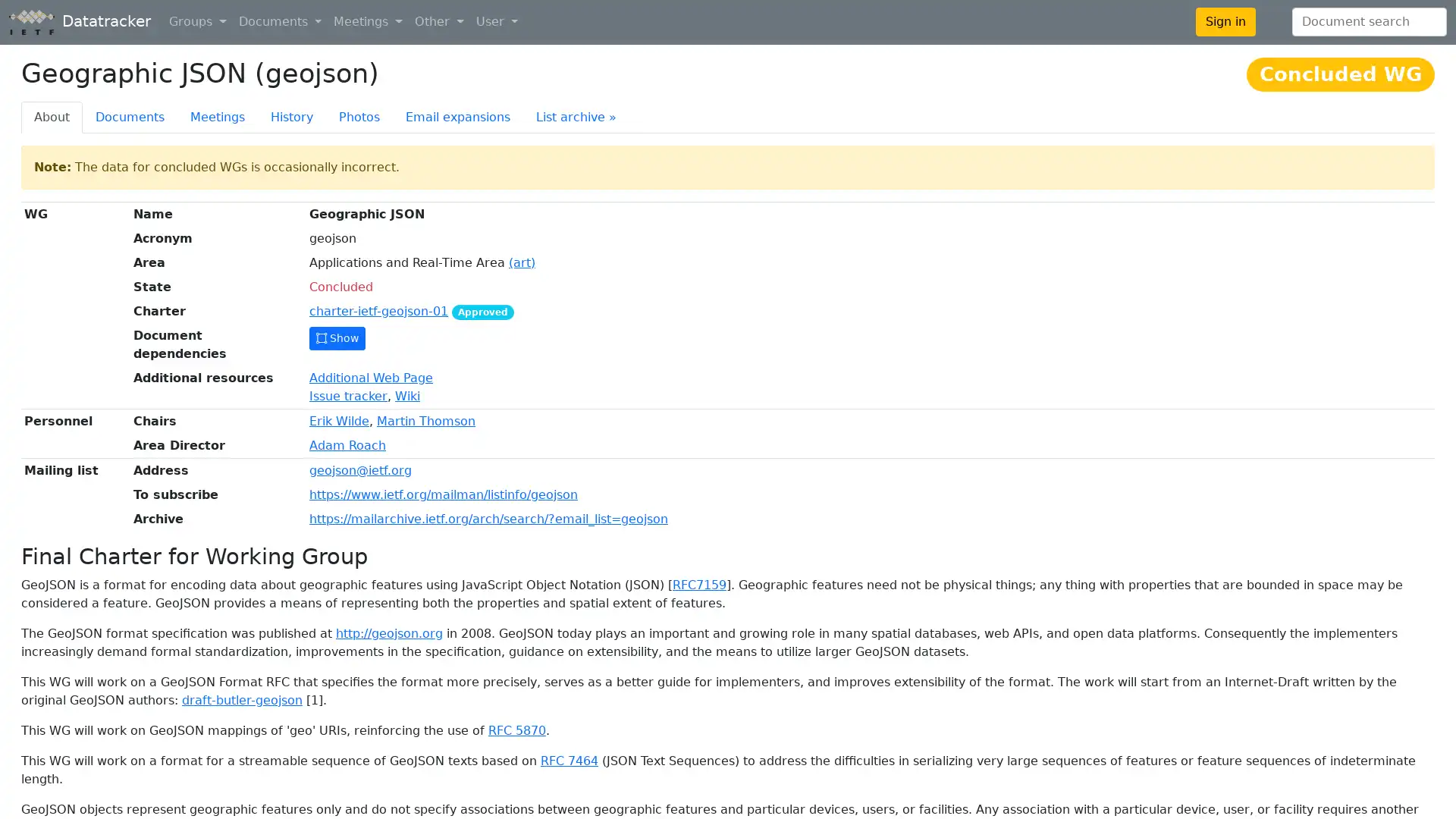 The image size is (1456, 819). I want to click on Groups, so click(196, 22).